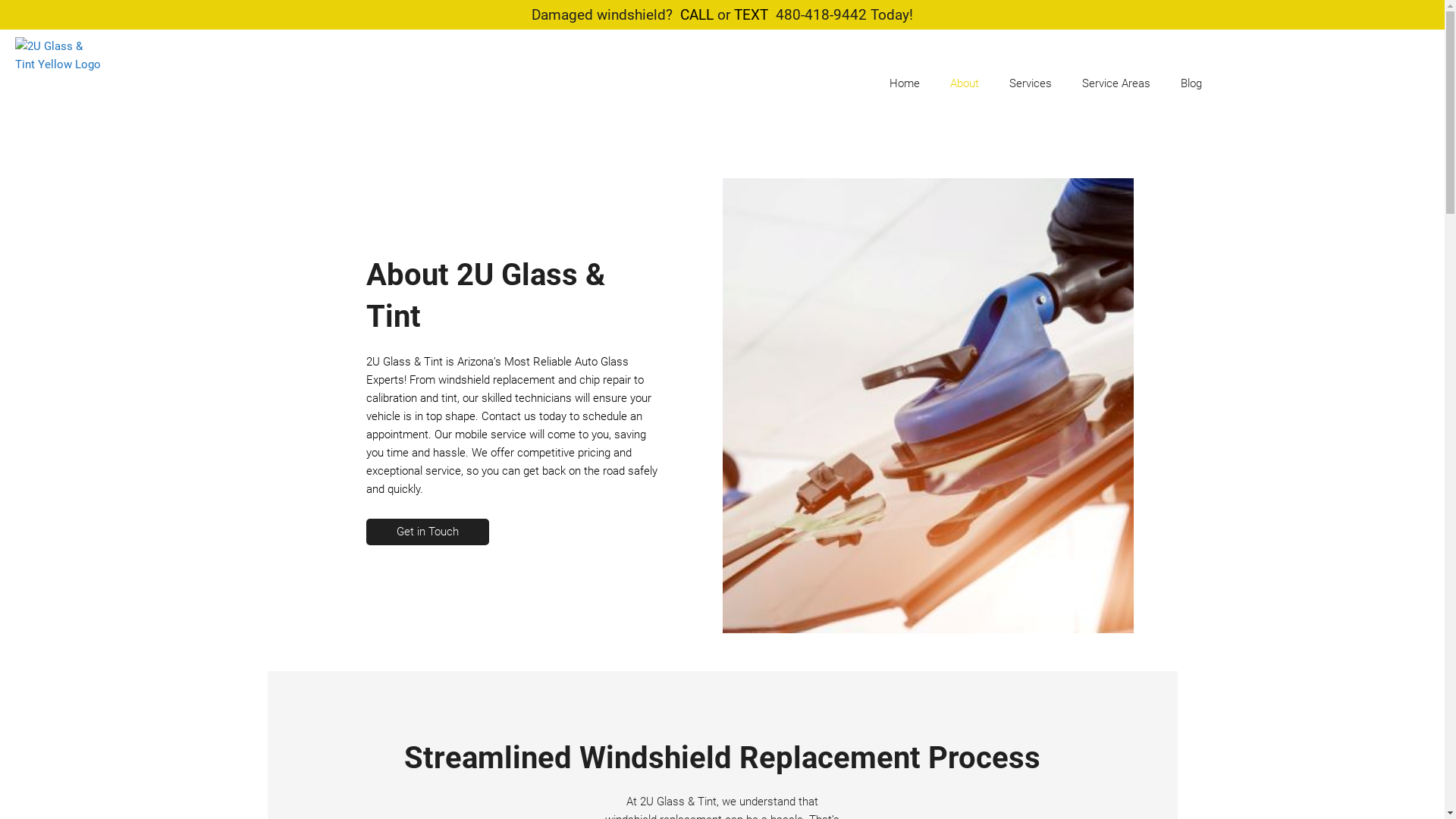  Describe the element at coordinates (1190, 83) in the screenshot. I see `'Blog'` at that location.